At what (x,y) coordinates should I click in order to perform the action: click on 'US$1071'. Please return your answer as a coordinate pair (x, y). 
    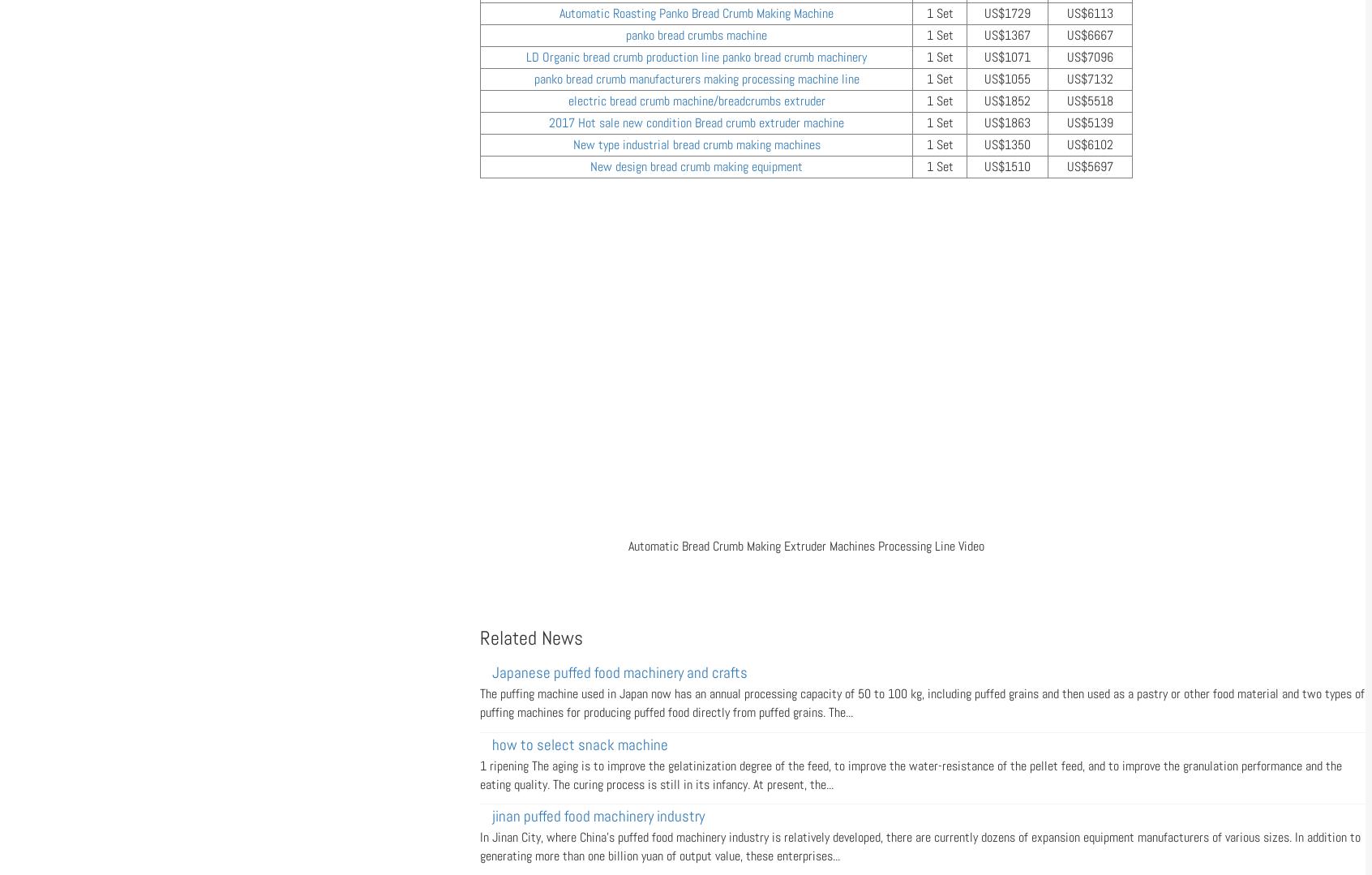
    Looking at the image, I should click on (1007, 56).